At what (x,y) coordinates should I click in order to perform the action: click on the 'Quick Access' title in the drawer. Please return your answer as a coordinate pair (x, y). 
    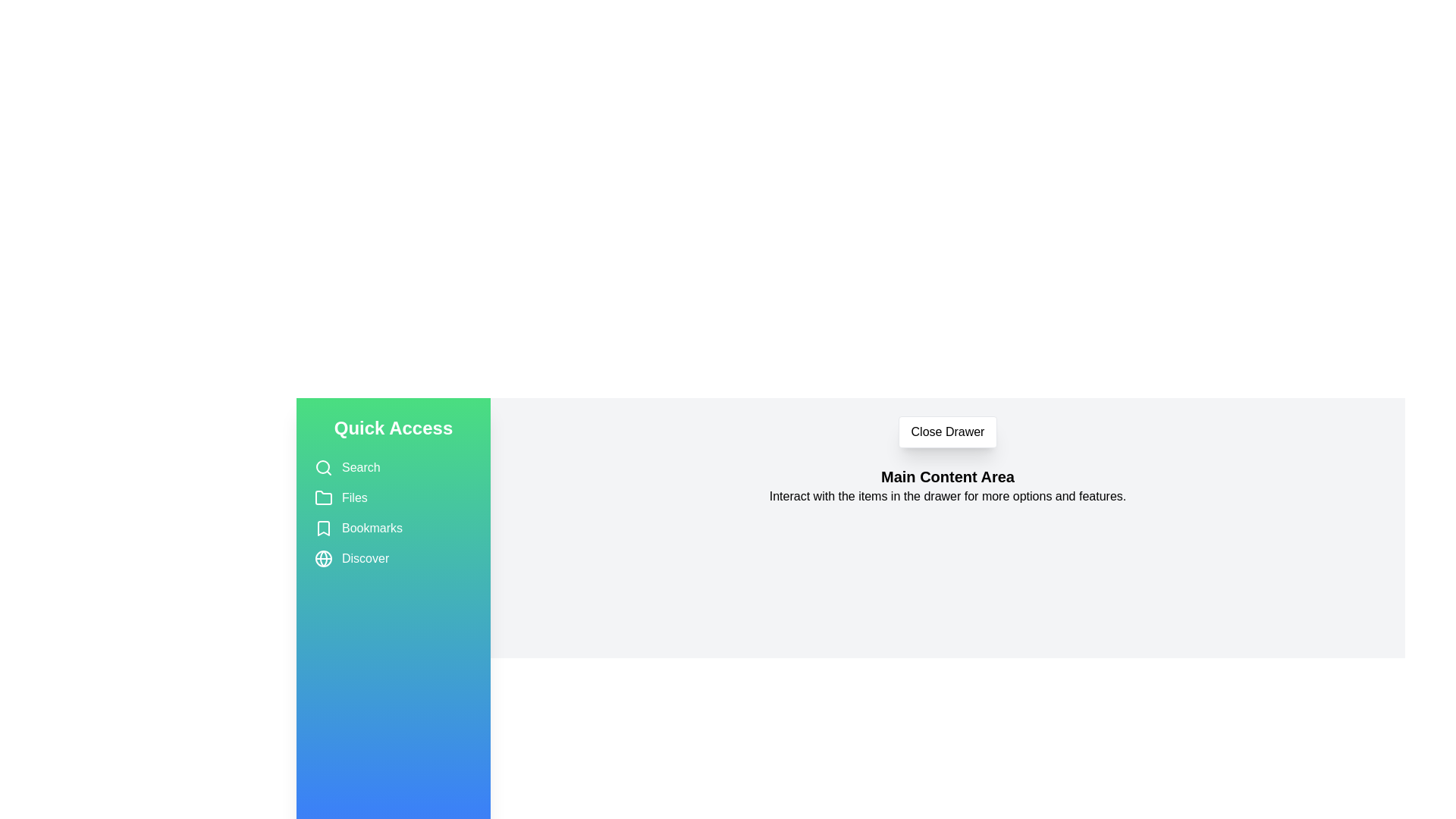
    Looking at the image, I should click on (393, 428).